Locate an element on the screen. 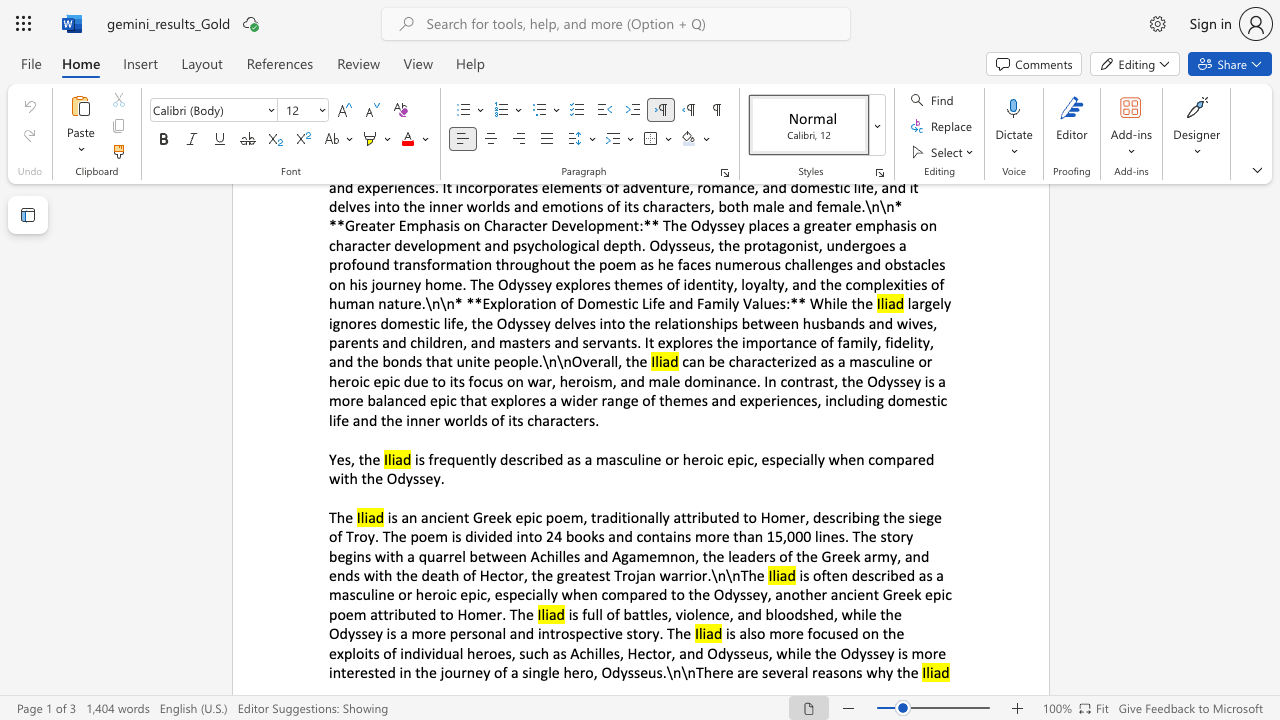 Image resolution: width=1280 pixels, height=720 pixels. the subset text "pic, especial" within the text "is frequently described as a masculine or heroic epic, especially when compared with the Odyssey." is located at coordinates (734, 458).